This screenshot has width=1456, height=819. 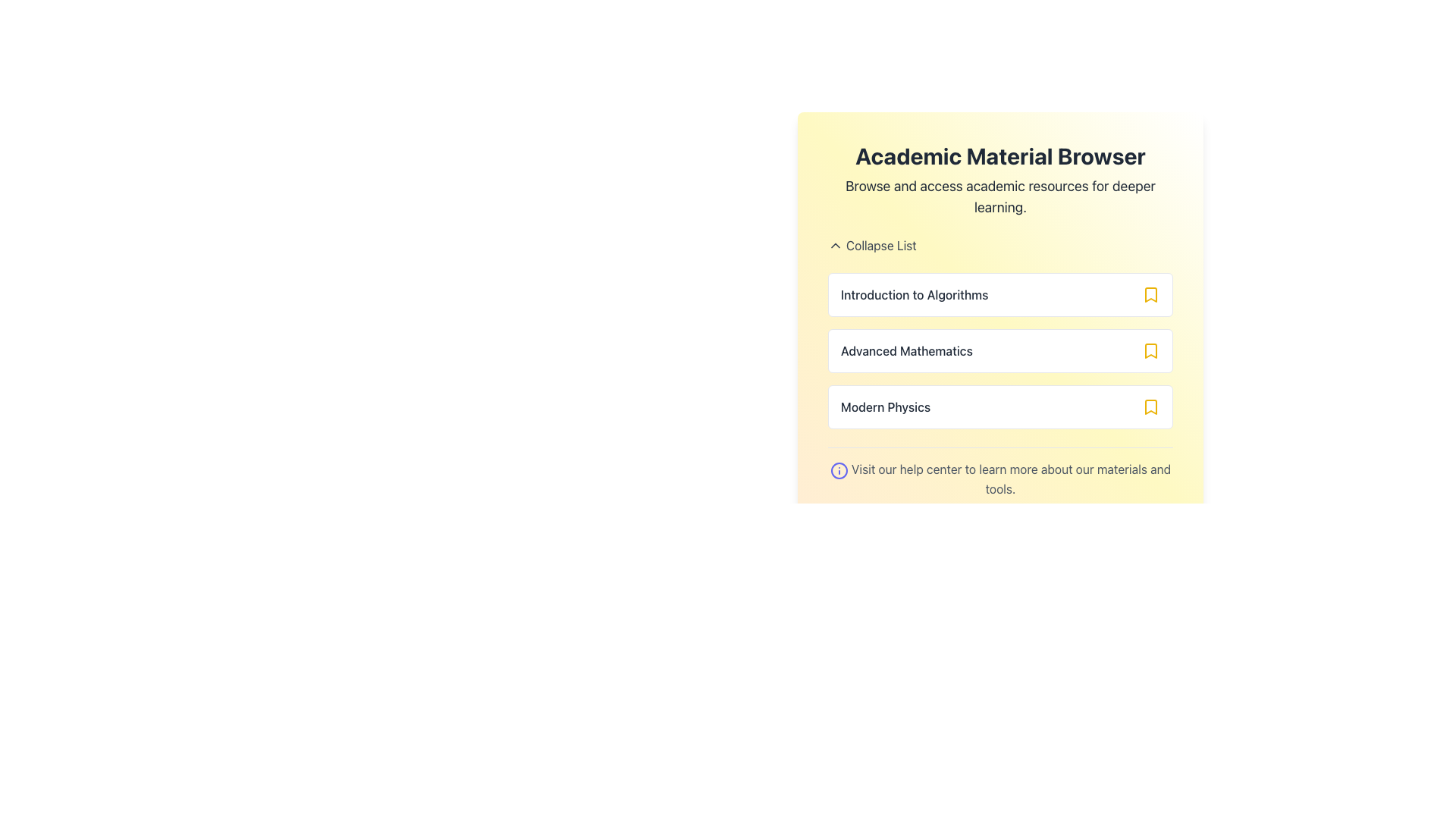 I want to click on the 'Advanced Mathematics' button, which is the second item in the Academic Material Browser list, so click(x=1000, y=350).